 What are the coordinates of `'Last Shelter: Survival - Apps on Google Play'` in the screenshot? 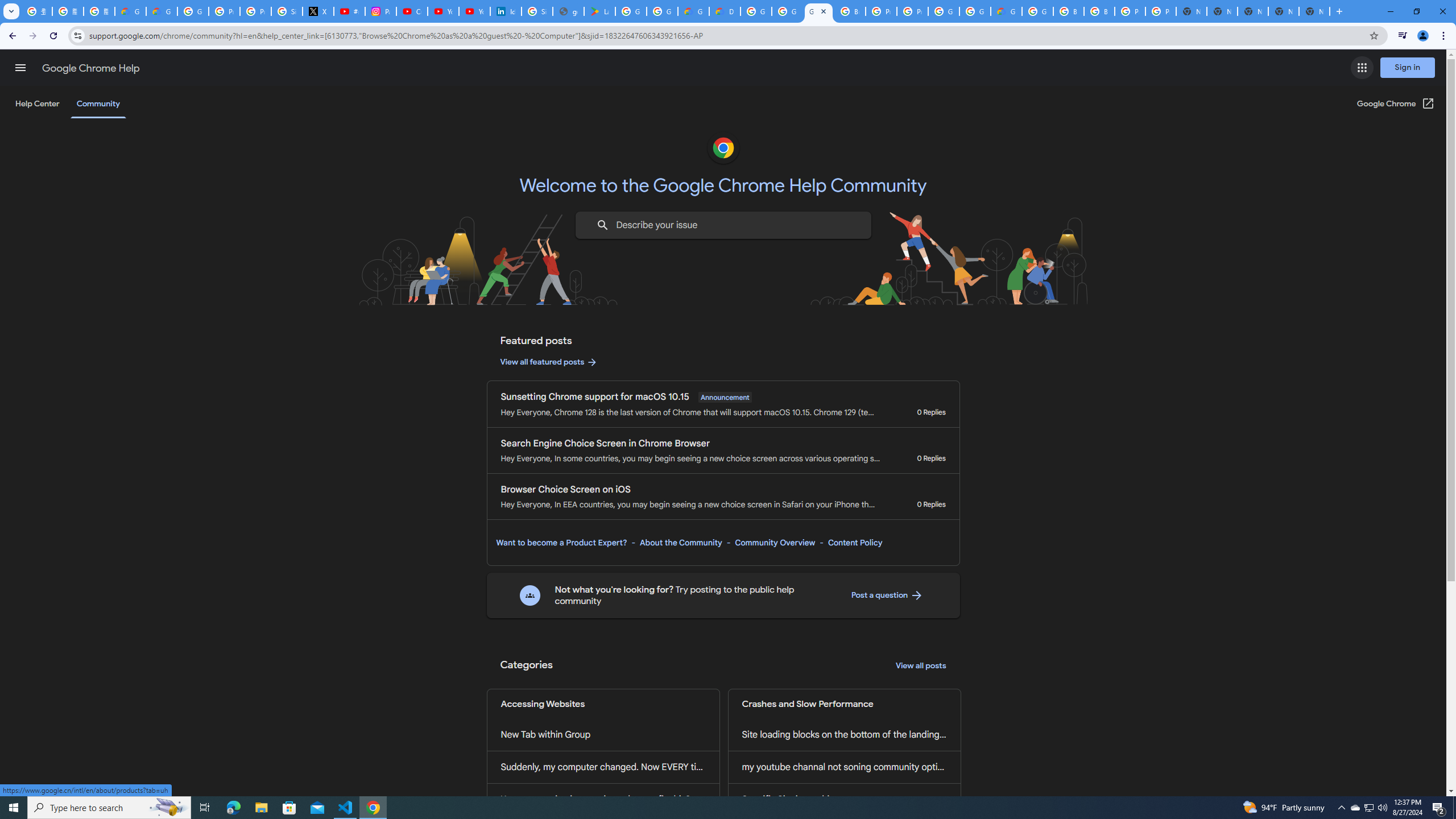 It's located at (599, 11).